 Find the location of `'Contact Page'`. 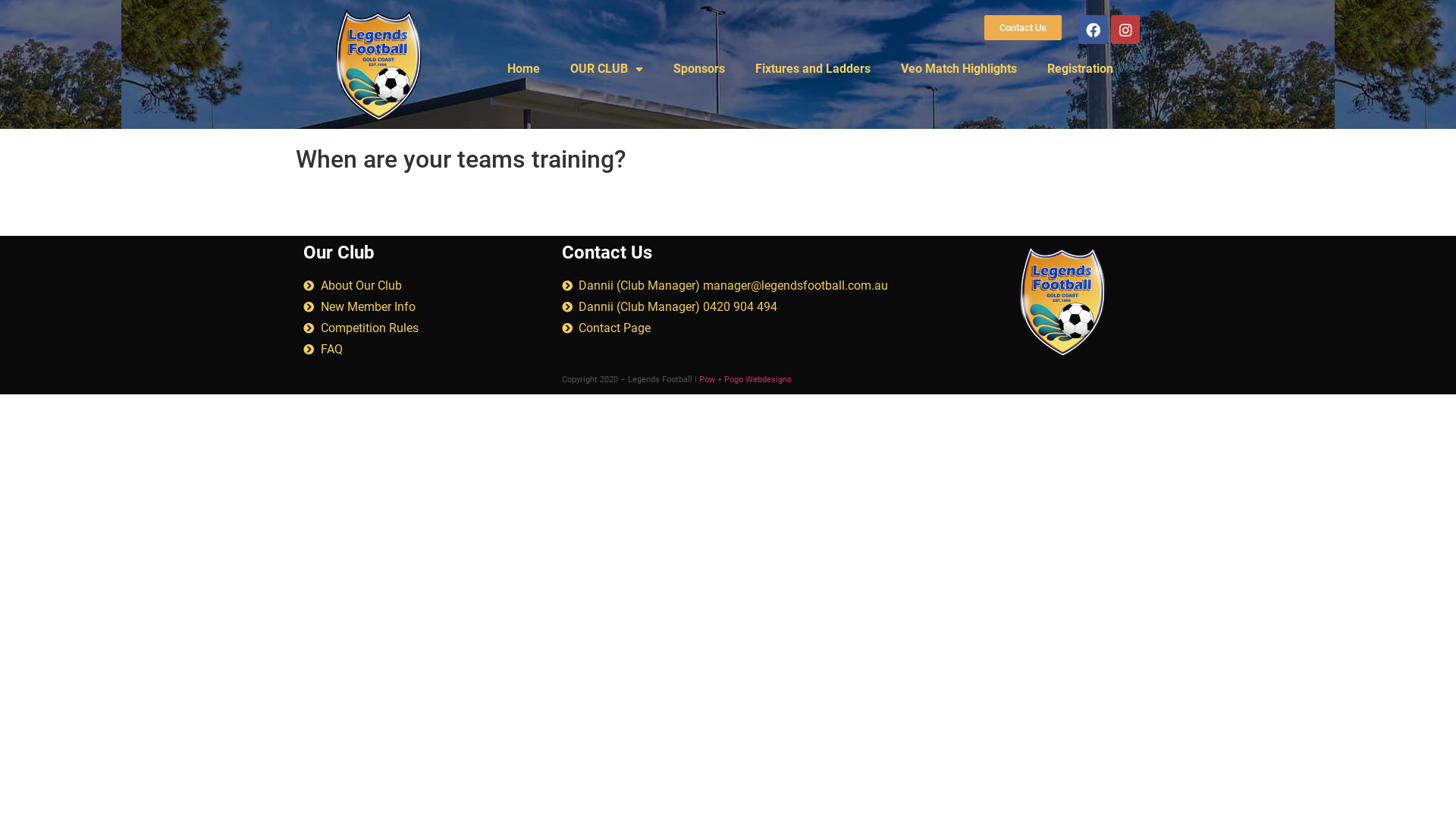

'Contact Page' is located at coordinates (560, 327).